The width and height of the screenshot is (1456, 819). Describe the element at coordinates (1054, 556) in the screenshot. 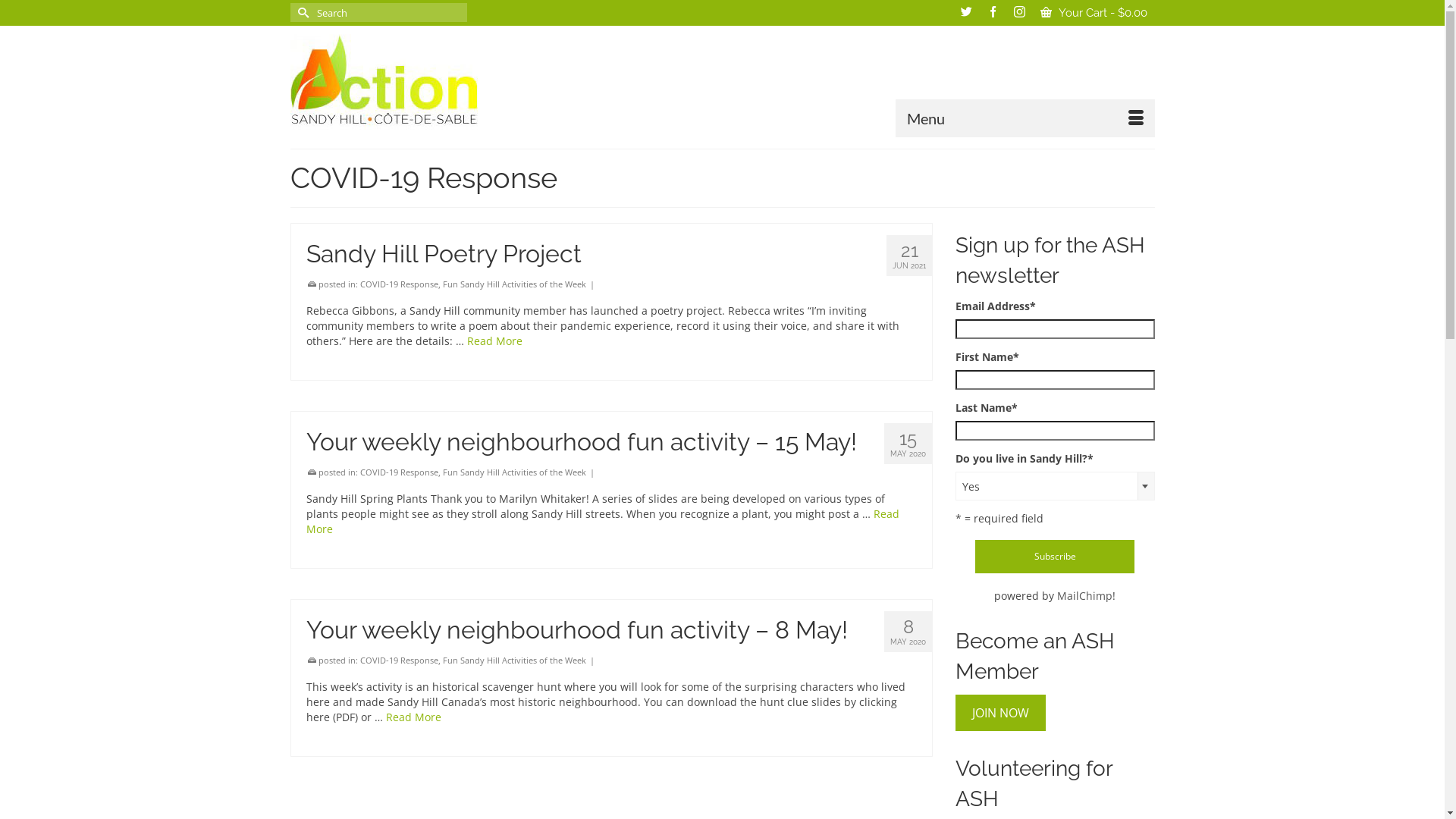

I see `'Subscribe'` at that location.